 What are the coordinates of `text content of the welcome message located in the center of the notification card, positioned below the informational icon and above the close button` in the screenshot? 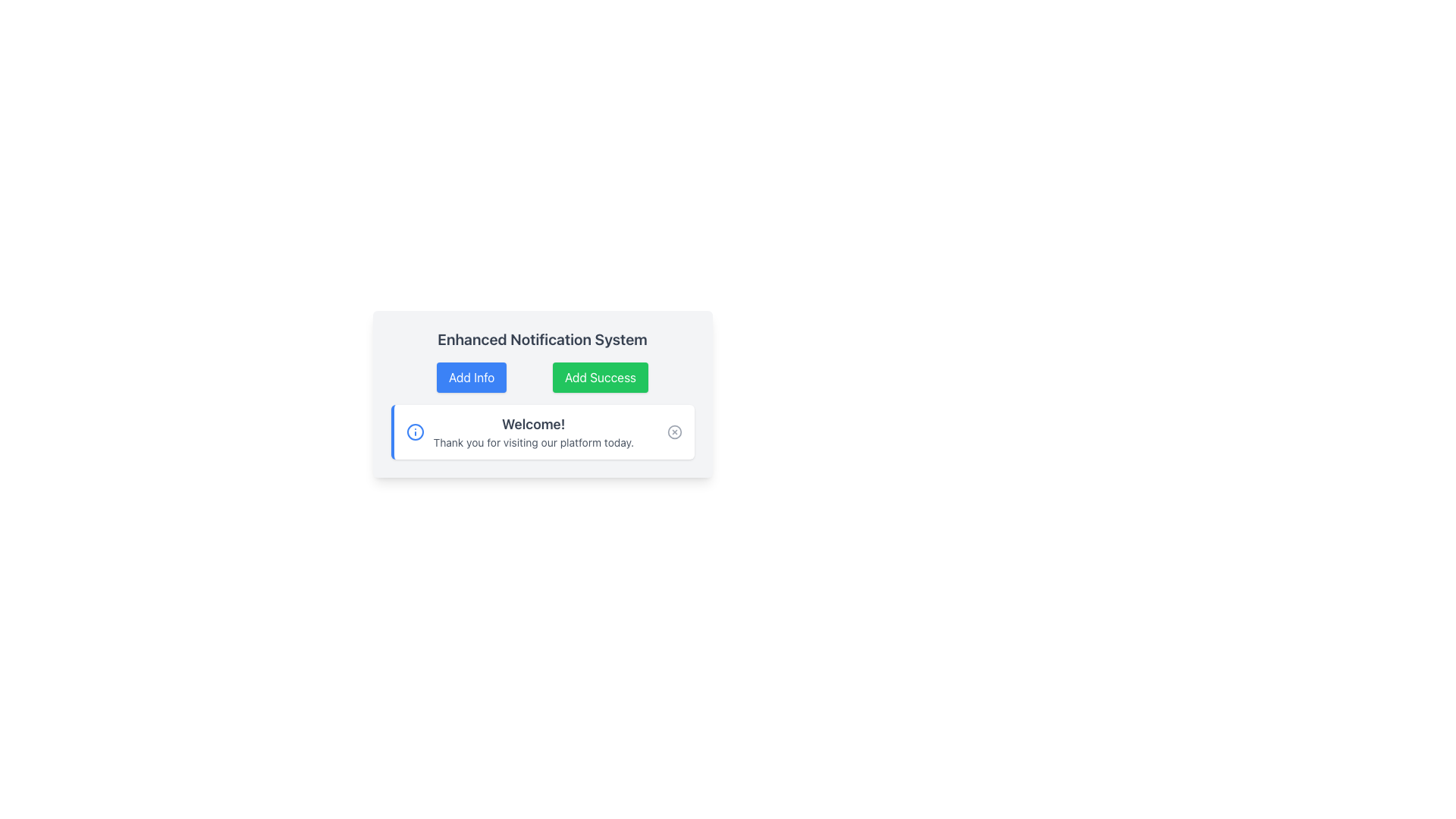 It's located at (533, 432).